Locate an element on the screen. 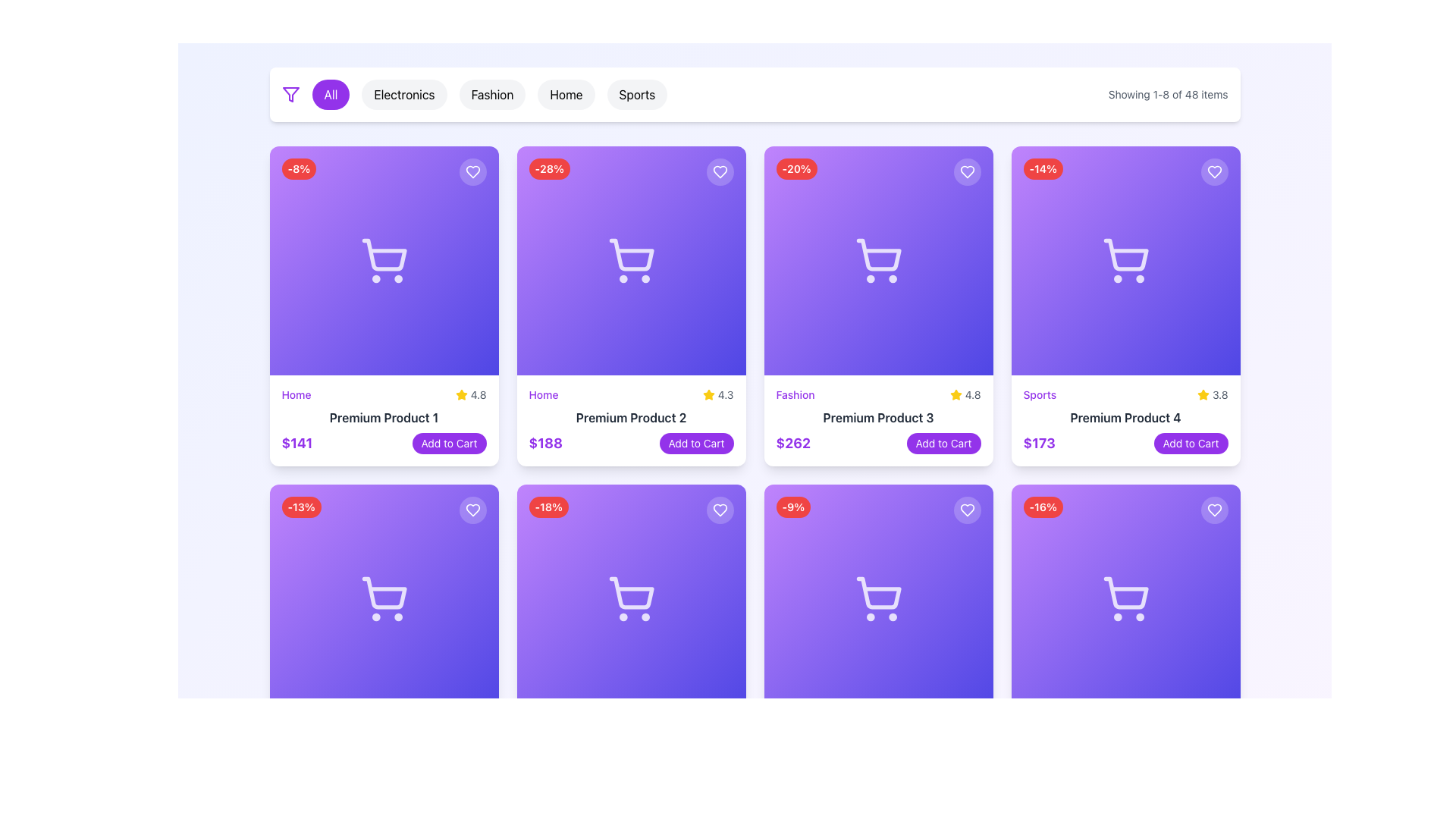  the text label displaying 'Premium Product 1' in a bold dark gray font to trigger any potential tooltip or visual effect is located at coordinates (384, 418).